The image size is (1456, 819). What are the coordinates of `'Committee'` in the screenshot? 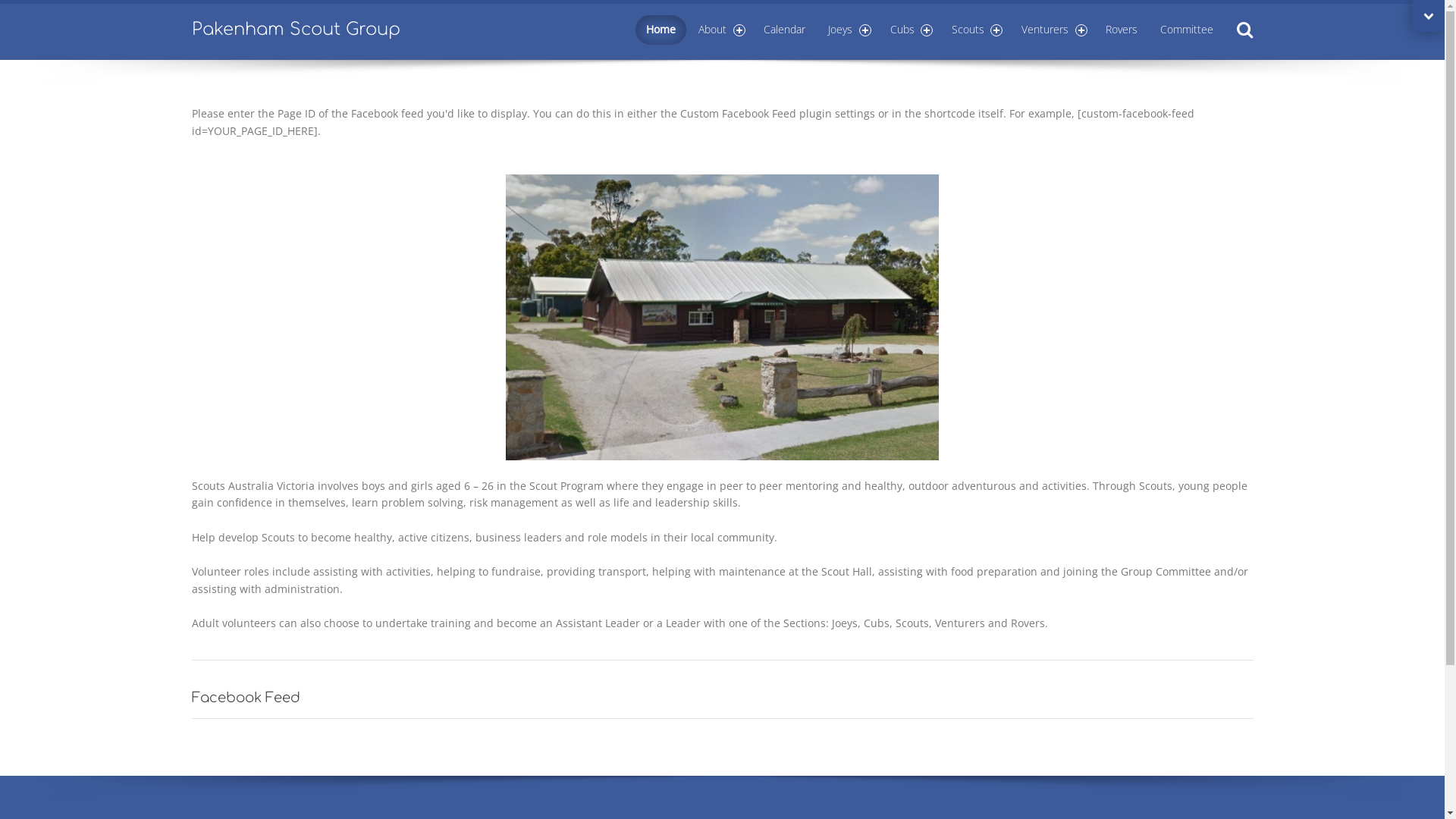 It's located at (1185, 30).